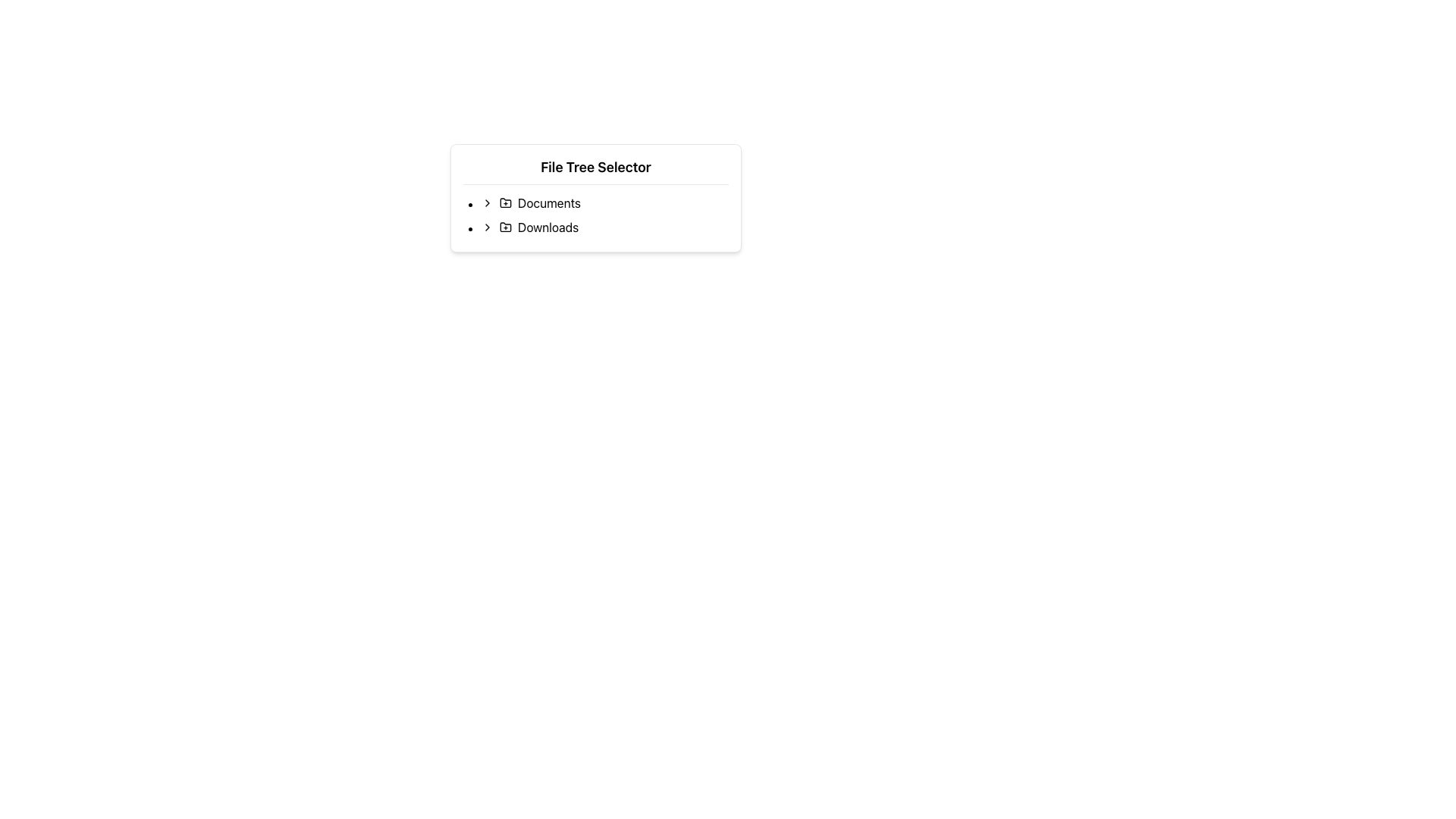  I want to click on the 'add folder' icon located in the 'Downloads' section of the file tree interface, which is the second icon from the left next to a rightward arrow icon, so click(506, 227).